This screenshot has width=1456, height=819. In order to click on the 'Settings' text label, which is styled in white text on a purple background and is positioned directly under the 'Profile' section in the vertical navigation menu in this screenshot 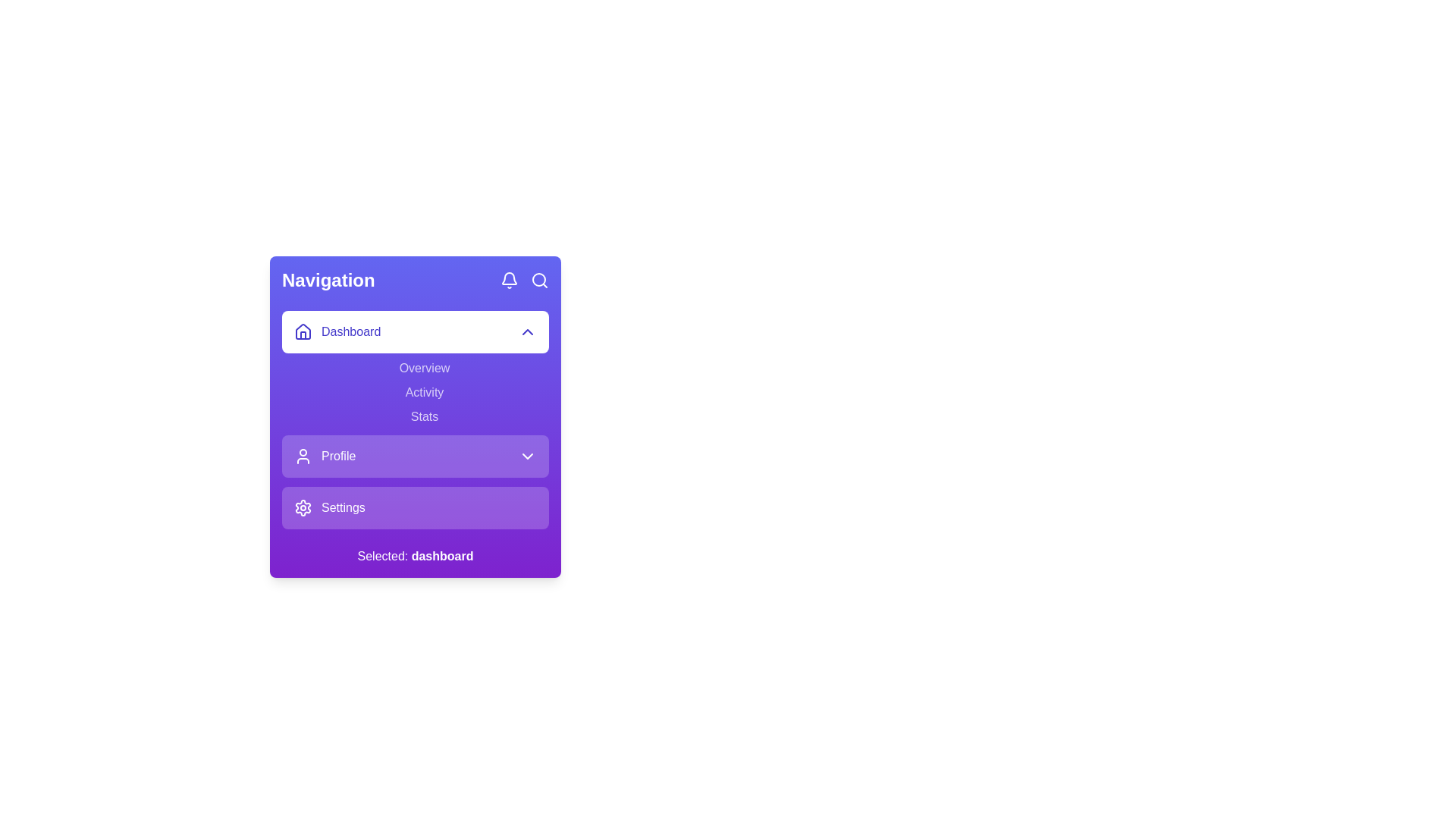, I will do `click(342, 508)`.